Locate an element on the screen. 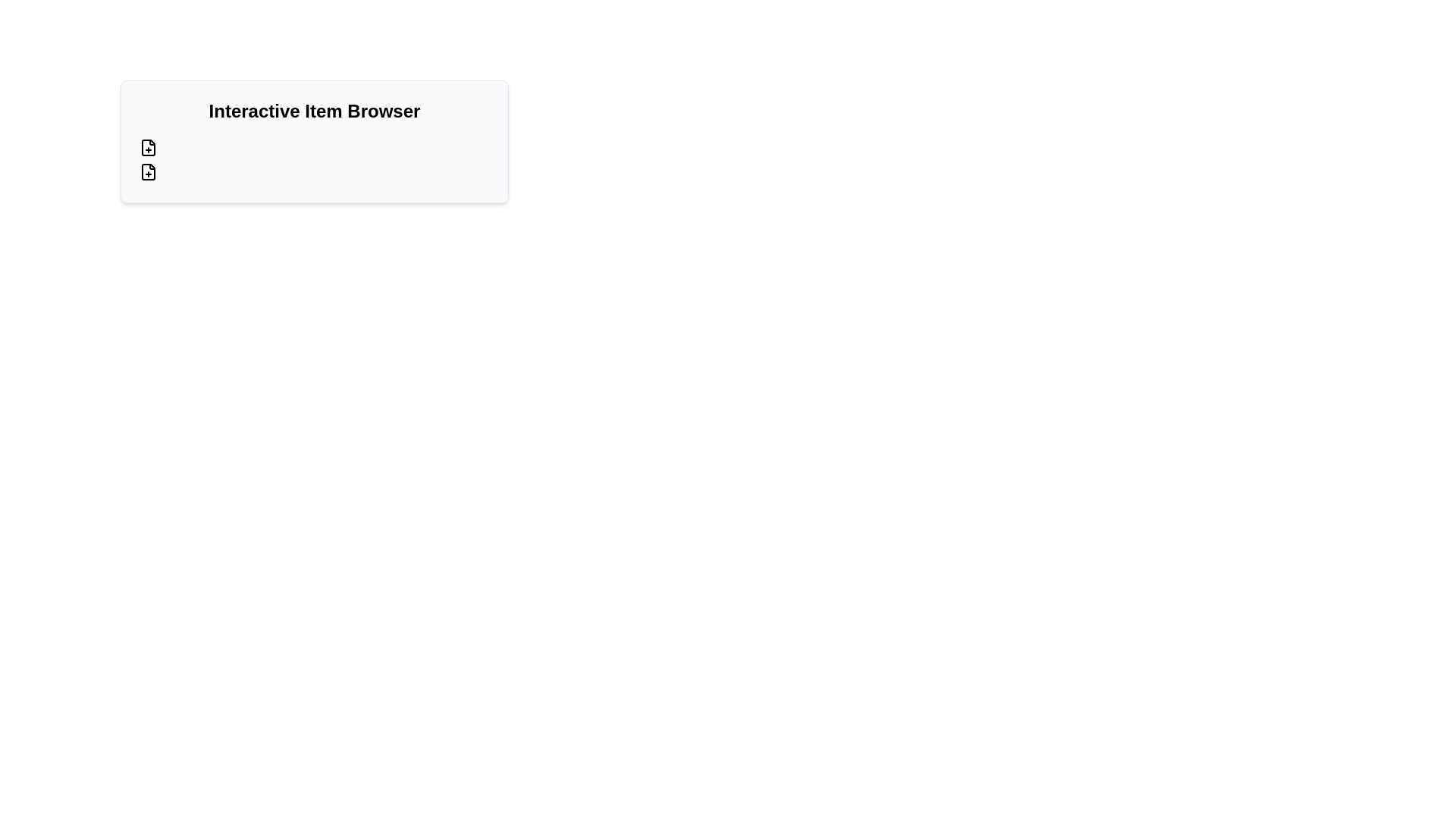 The height and width of the screenshot is (819, 1456). the first icon resembling a document with a plus sign overlay in the Interactive Item Browser is located at coordinates (149, 171).